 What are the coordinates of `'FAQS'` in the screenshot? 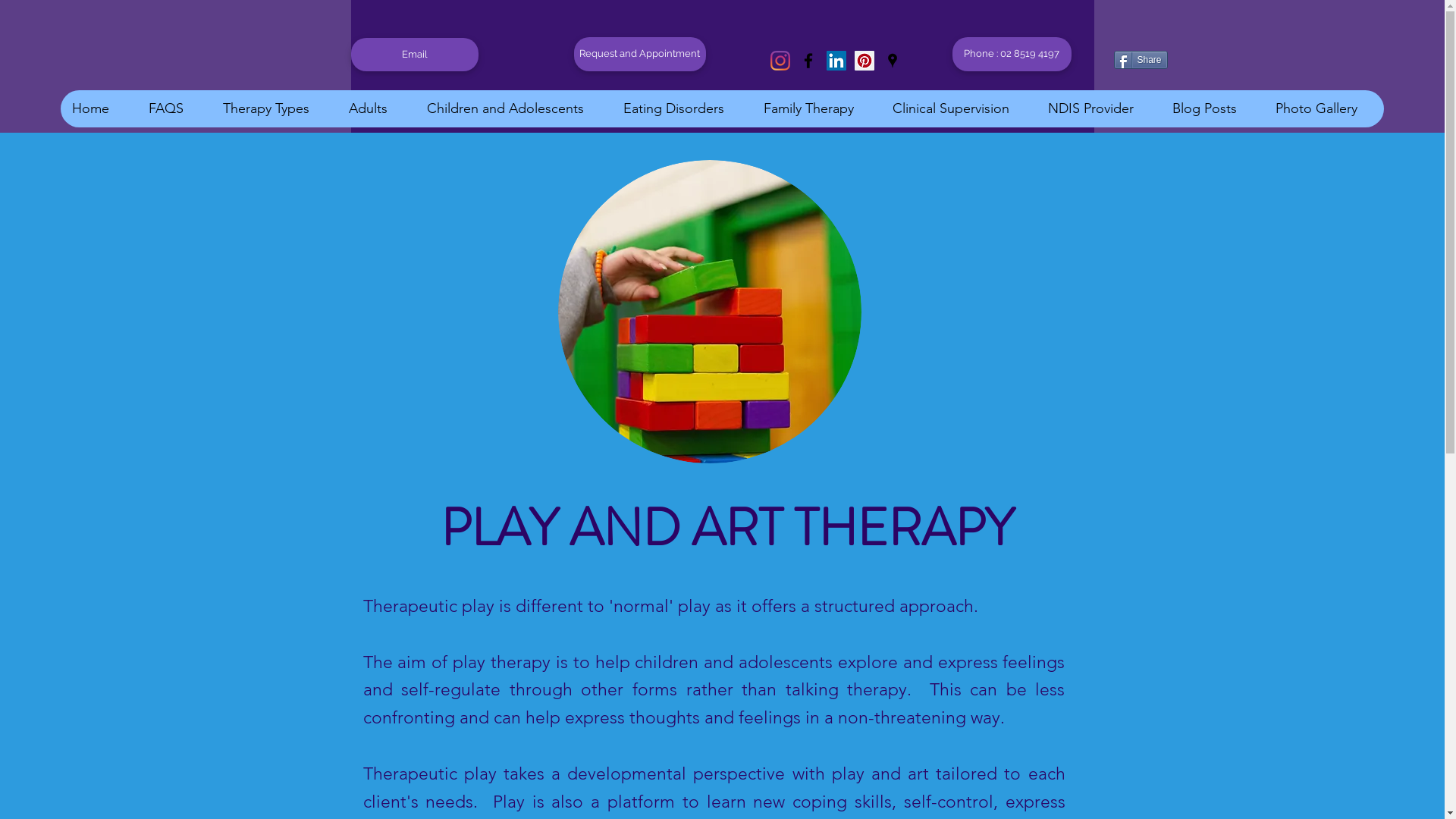 It's located at (136, 108).